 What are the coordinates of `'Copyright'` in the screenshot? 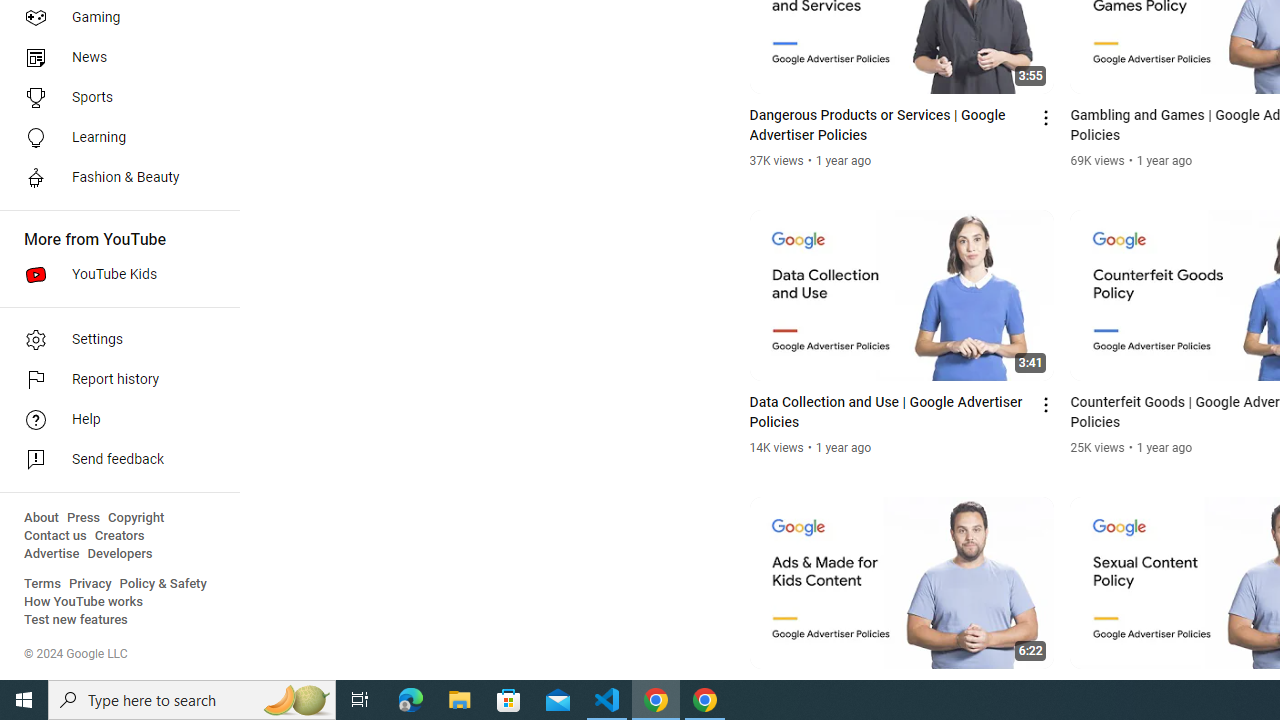 It's located at (135, 517).